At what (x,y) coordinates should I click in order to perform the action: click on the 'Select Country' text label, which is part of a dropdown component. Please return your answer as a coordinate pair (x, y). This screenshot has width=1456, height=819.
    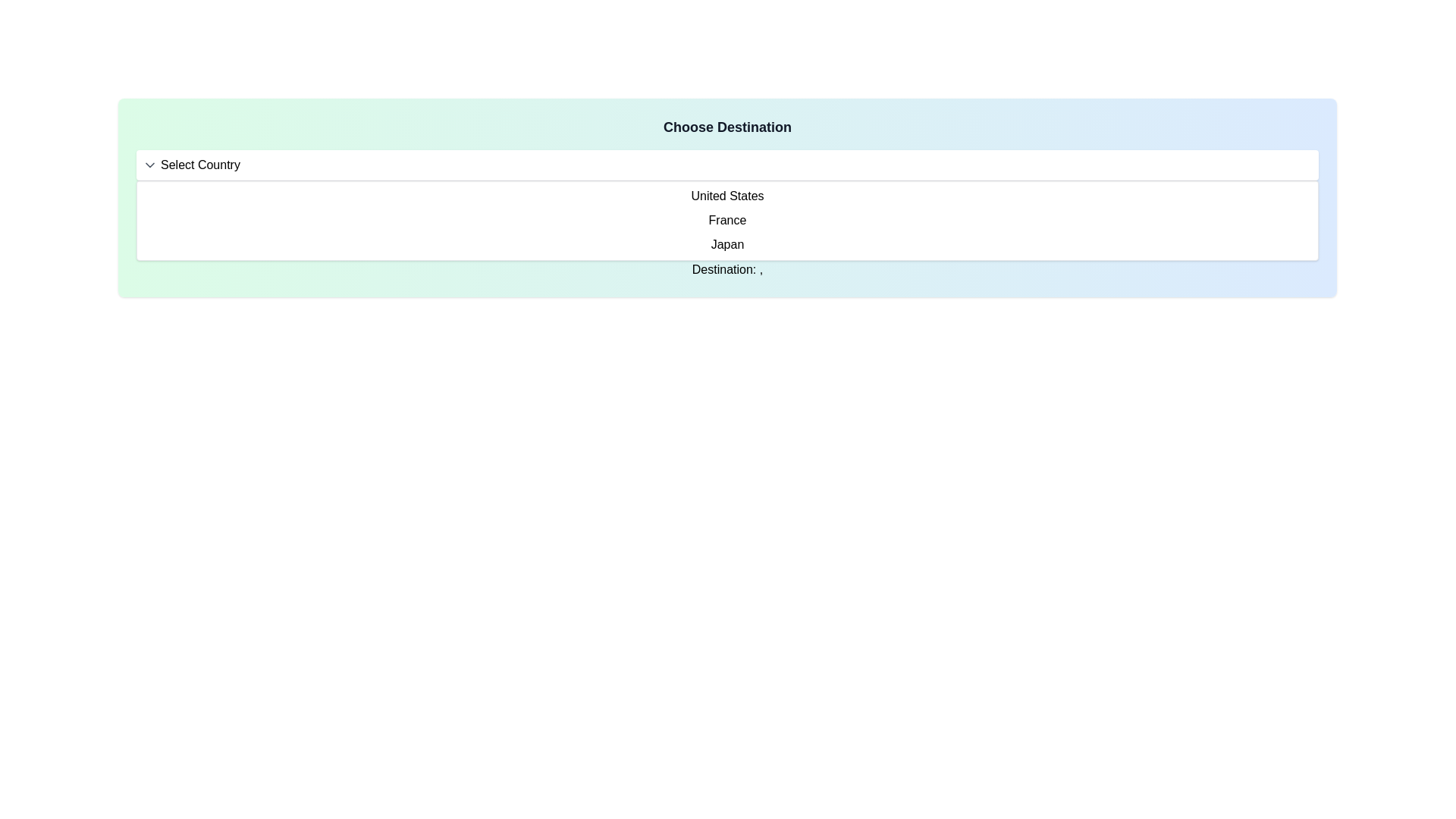
    Looking at the image, I should click on (199, 165).